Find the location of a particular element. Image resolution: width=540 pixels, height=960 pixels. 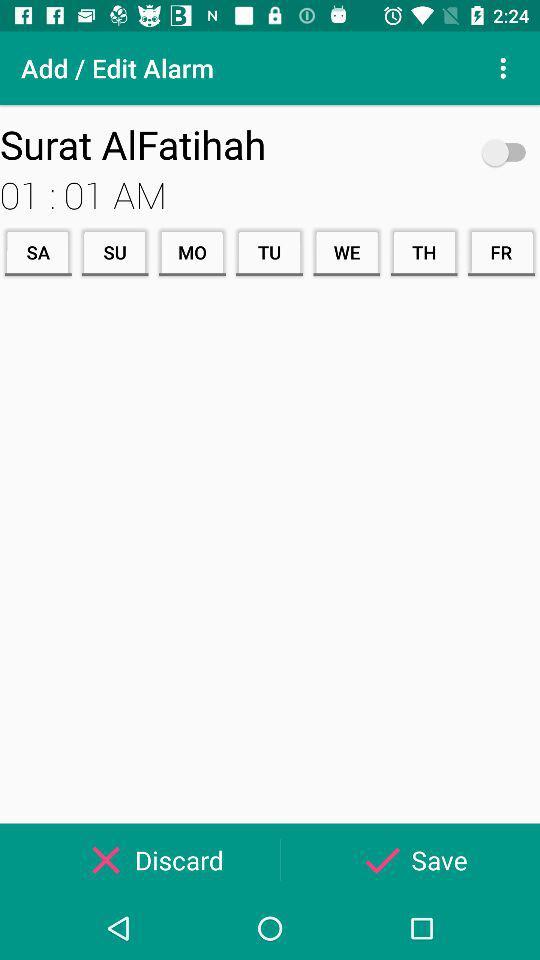

item next to the we icon is located at coordinates (423, 251).